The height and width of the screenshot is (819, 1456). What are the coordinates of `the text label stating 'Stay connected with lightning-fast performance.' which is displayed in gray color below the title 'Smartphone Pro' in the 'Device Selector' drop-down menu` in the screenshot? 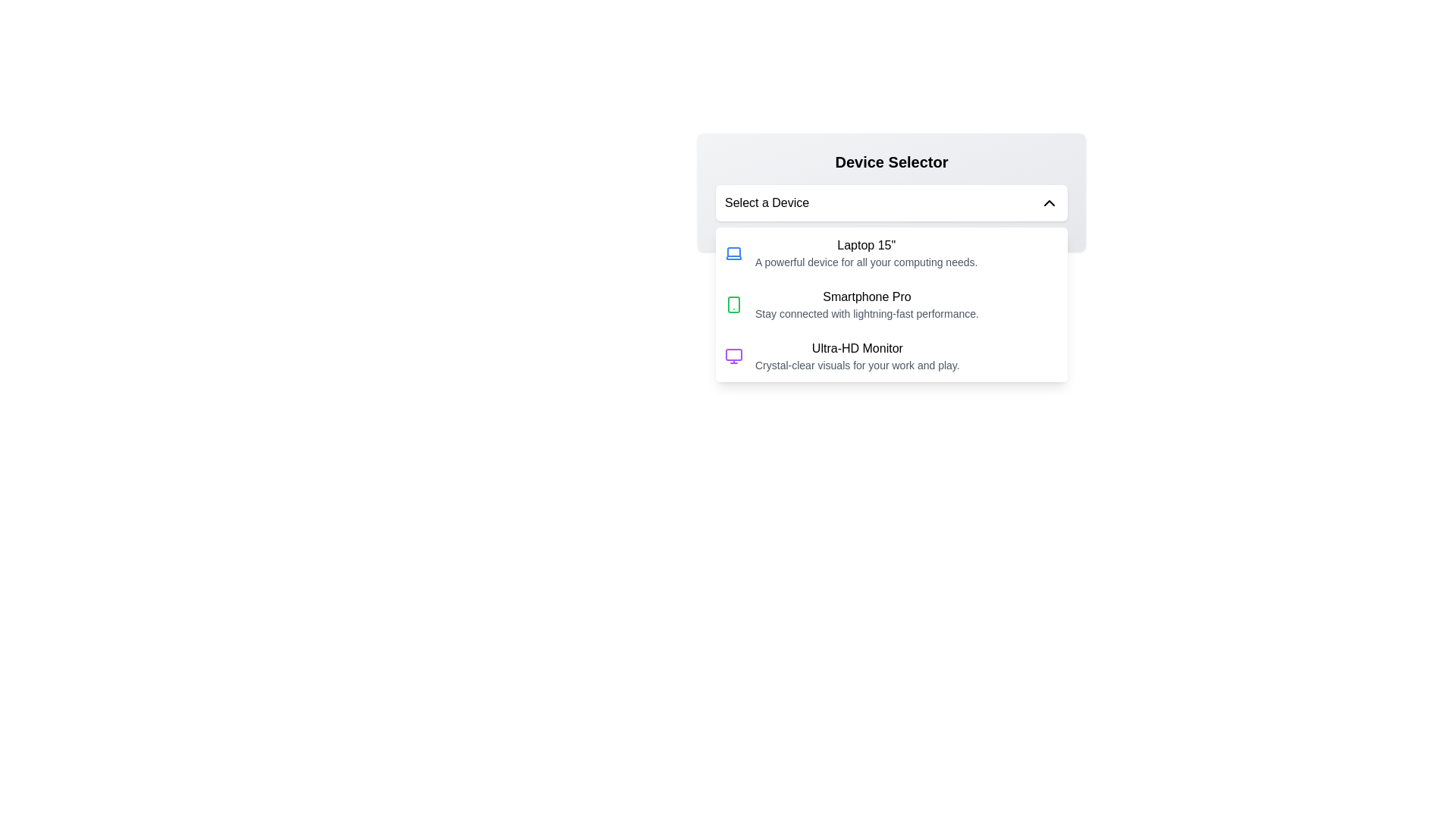 It's located at (867, 312).